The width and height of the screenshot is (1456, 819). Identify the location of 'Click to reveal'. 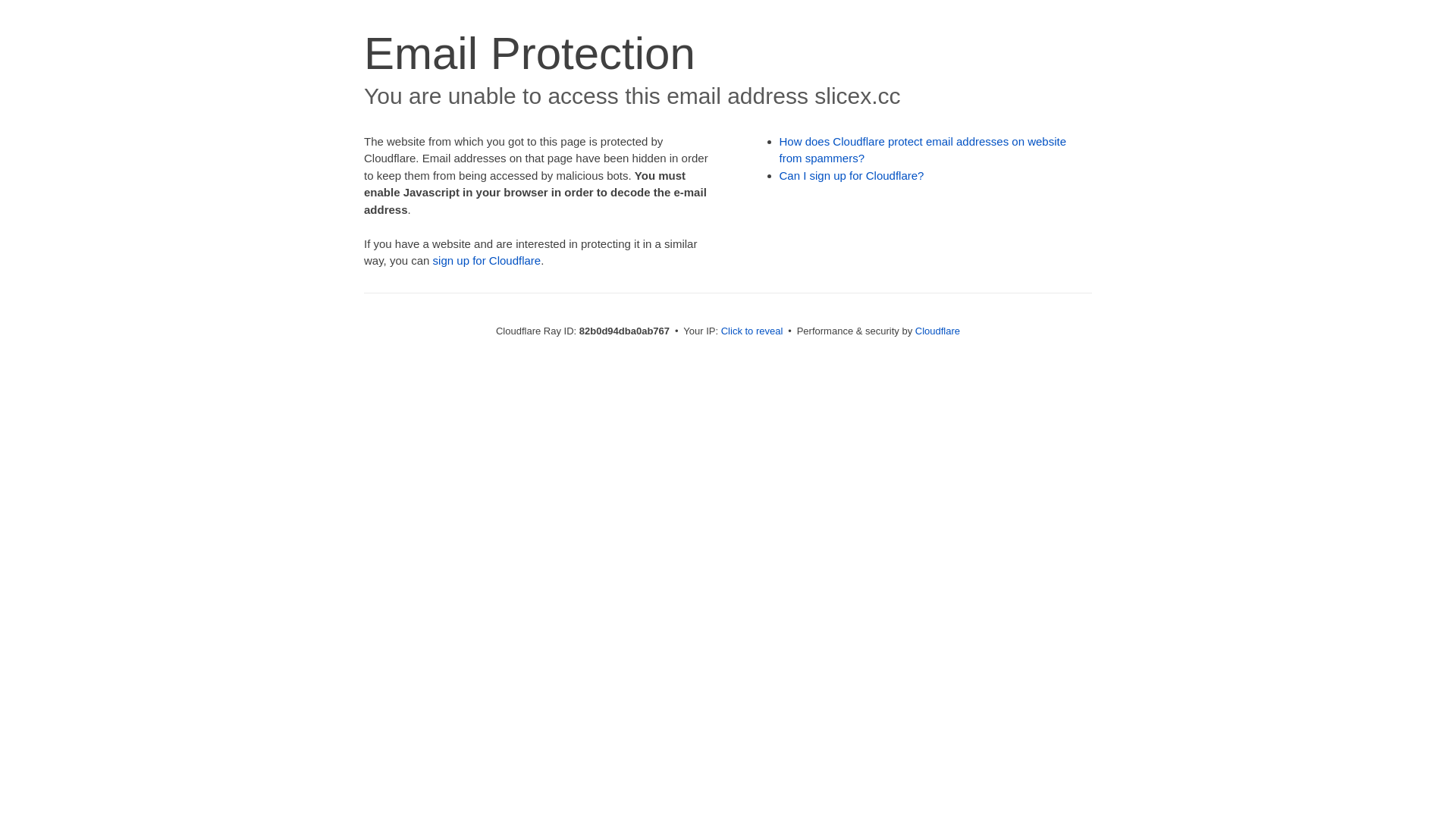
(752, 330).